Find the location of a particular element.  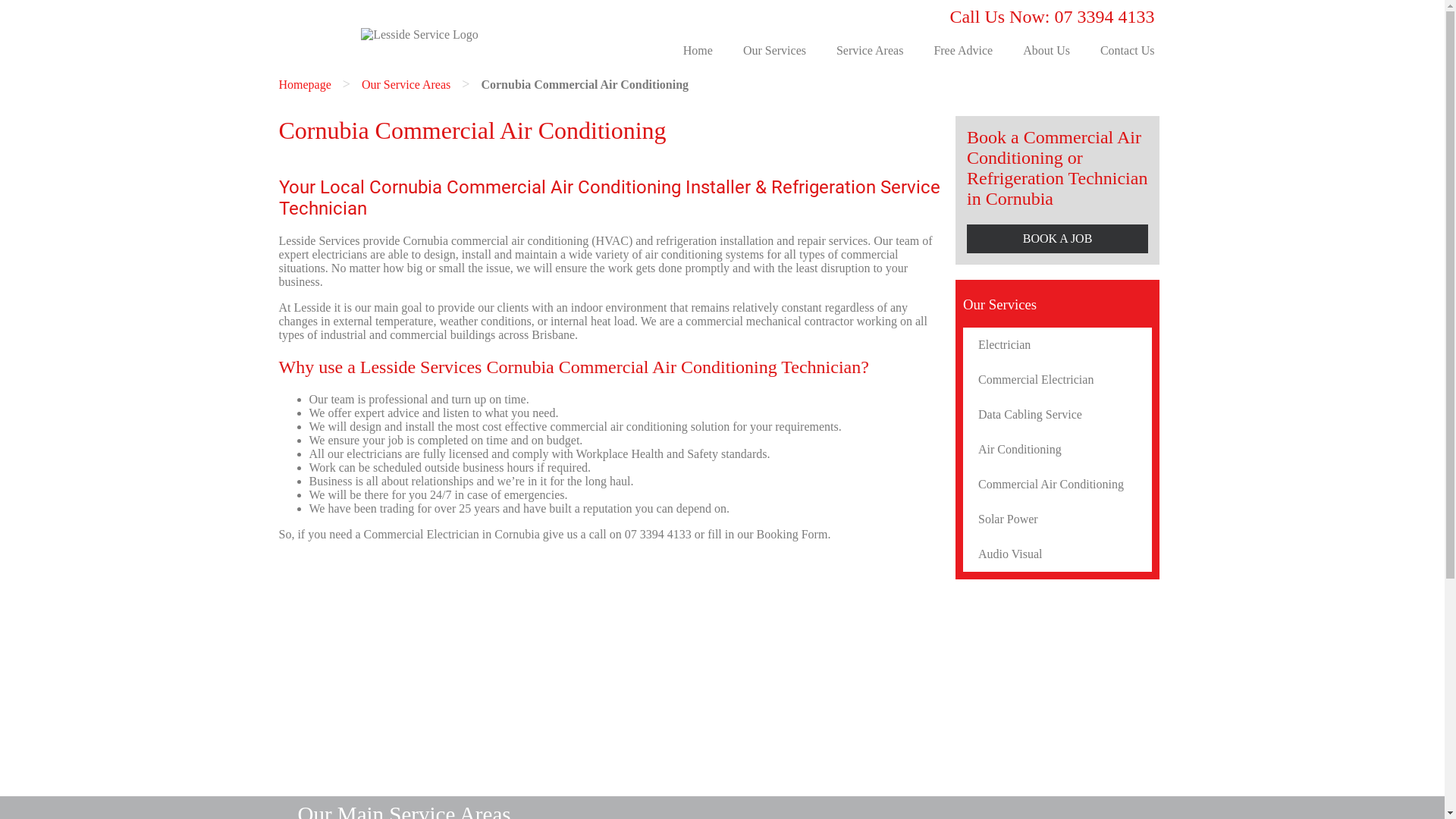

'About Us' is located at coordinates (1046, 49).